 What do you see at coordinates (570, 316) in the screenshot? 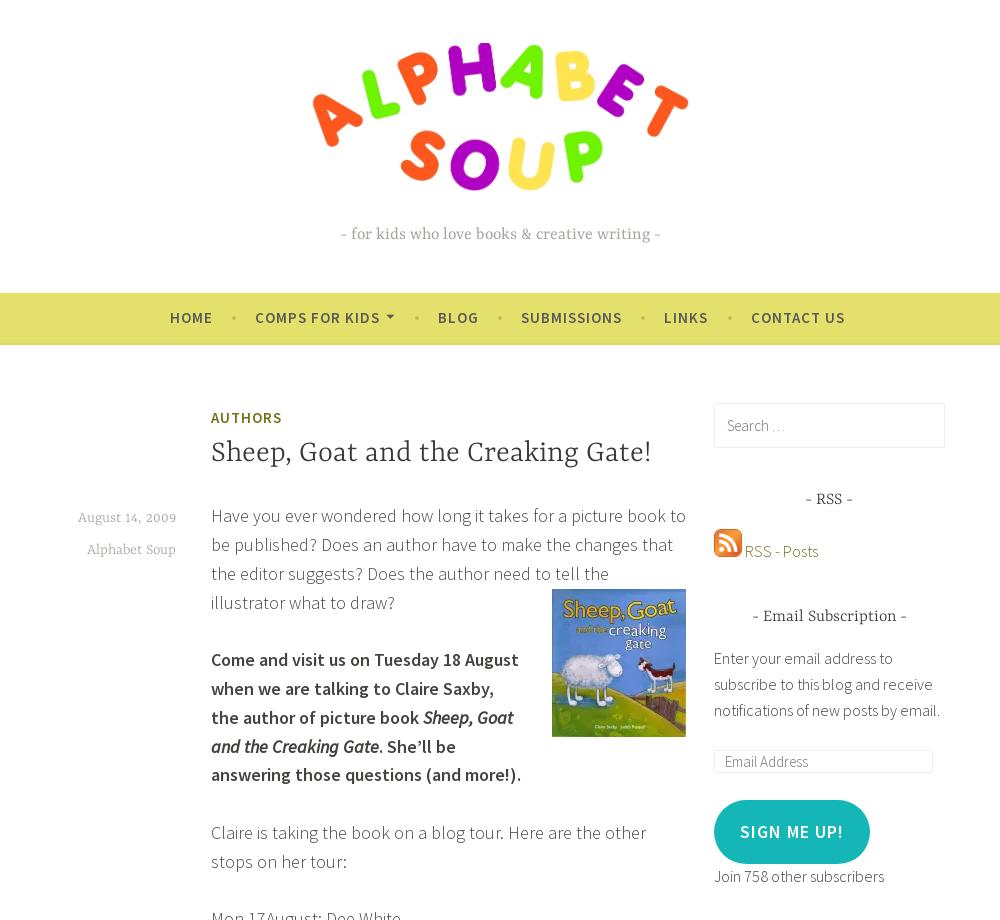
I see `'Submissions'` at bounding box center [570, 316].